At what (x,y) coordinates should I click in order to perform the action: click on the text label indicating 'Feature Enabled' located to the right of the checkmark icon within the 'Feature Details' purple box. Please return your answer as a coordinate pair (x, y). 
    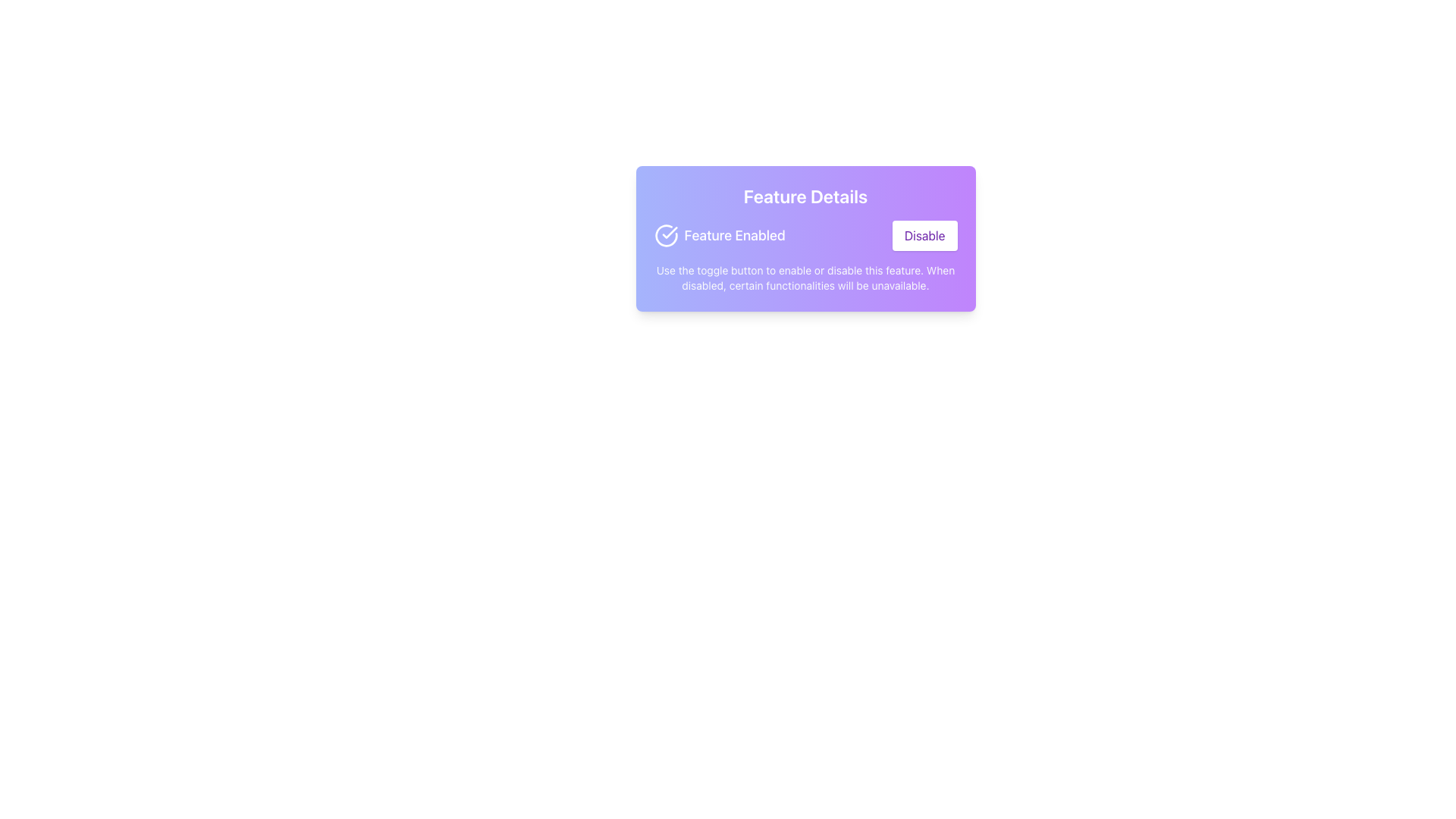
    Looking at the image, I should click on (735, 236).